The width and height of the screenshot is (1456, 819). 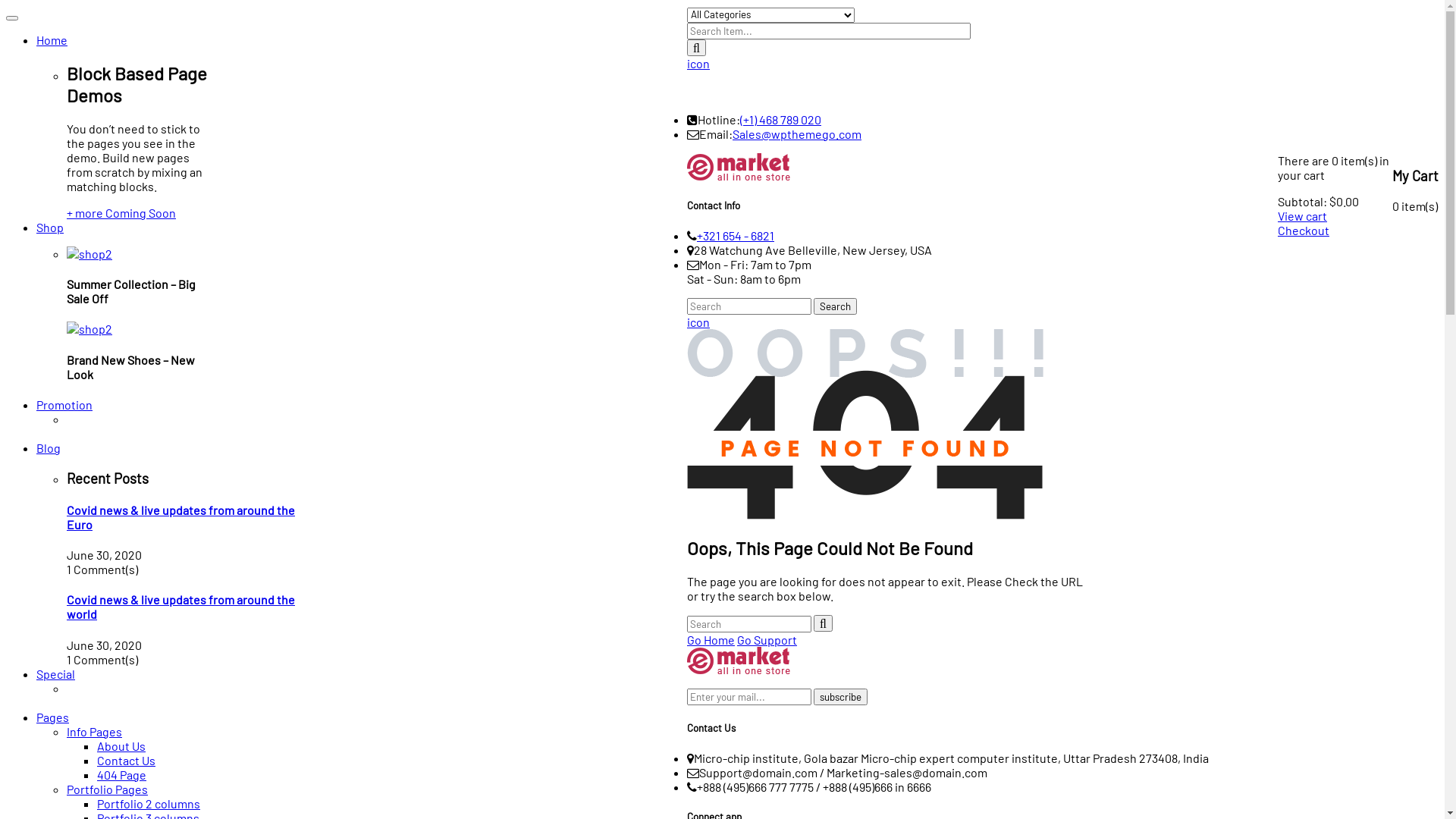 What do you see at coordinates (1302, 230) in the screenshot?
I see `'Checkout'` at bounding box center [1302, 230].